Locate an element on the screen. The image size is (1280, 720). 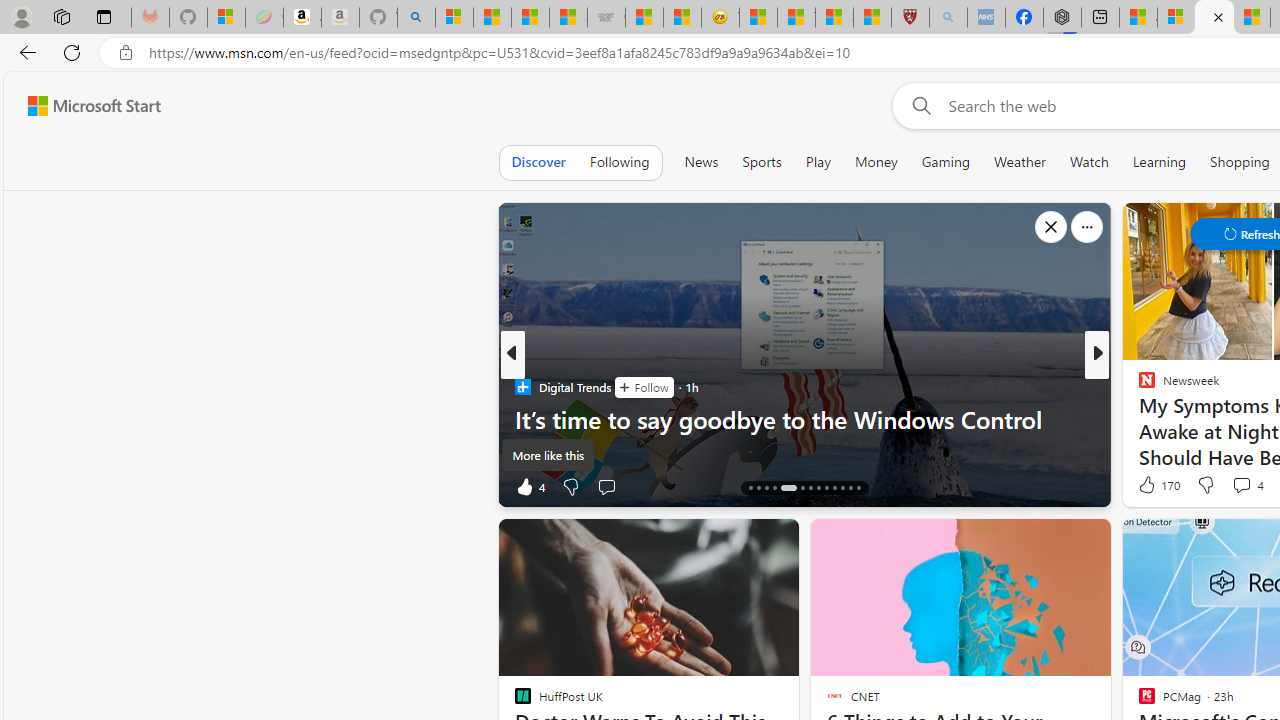
'104 Like' is located at coordinates (1152, 486).